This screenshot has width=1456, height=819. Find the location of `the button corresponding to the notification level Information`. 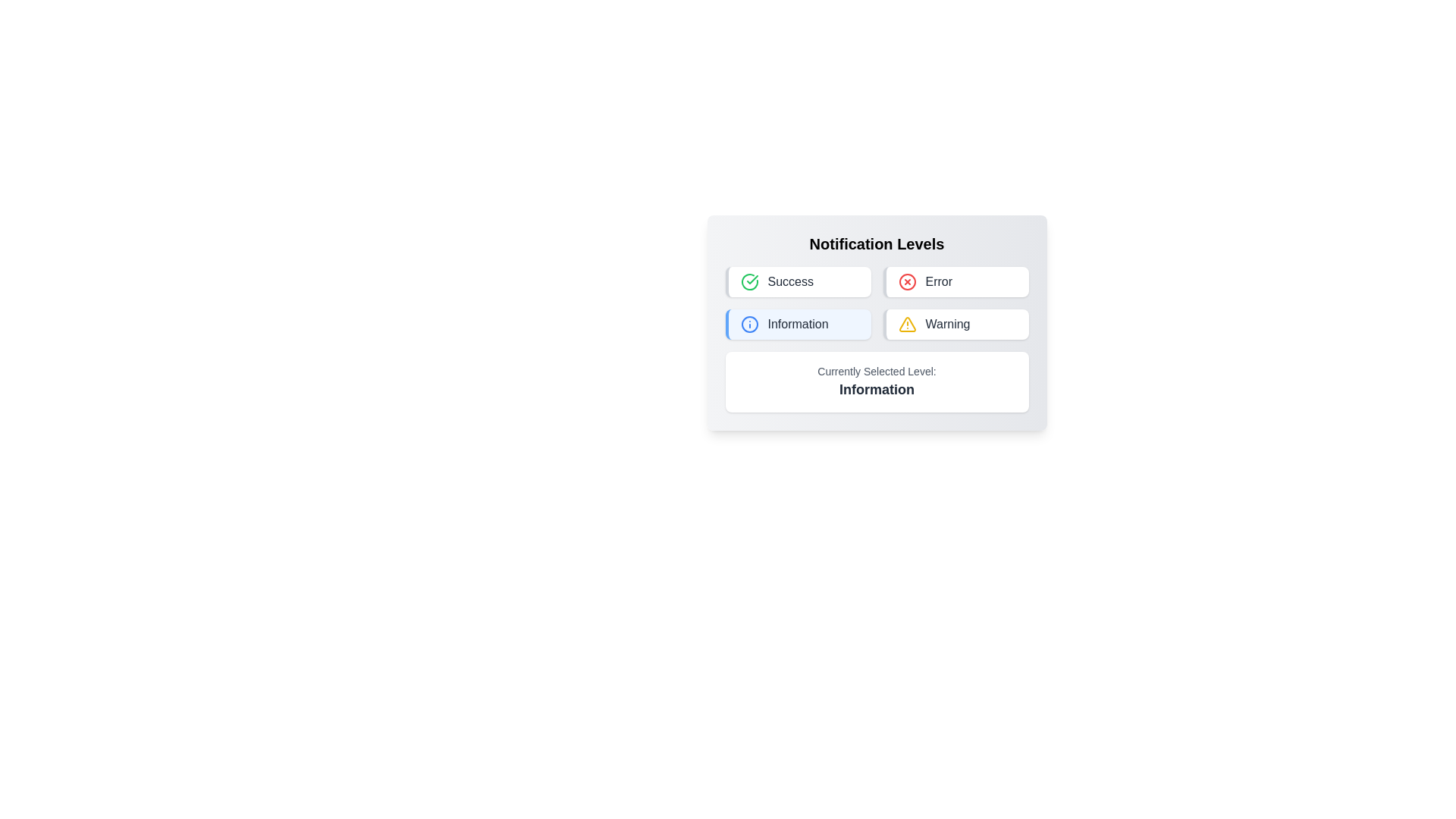

the button corresponding to the notification level Information is located at coordinates (797, 324).